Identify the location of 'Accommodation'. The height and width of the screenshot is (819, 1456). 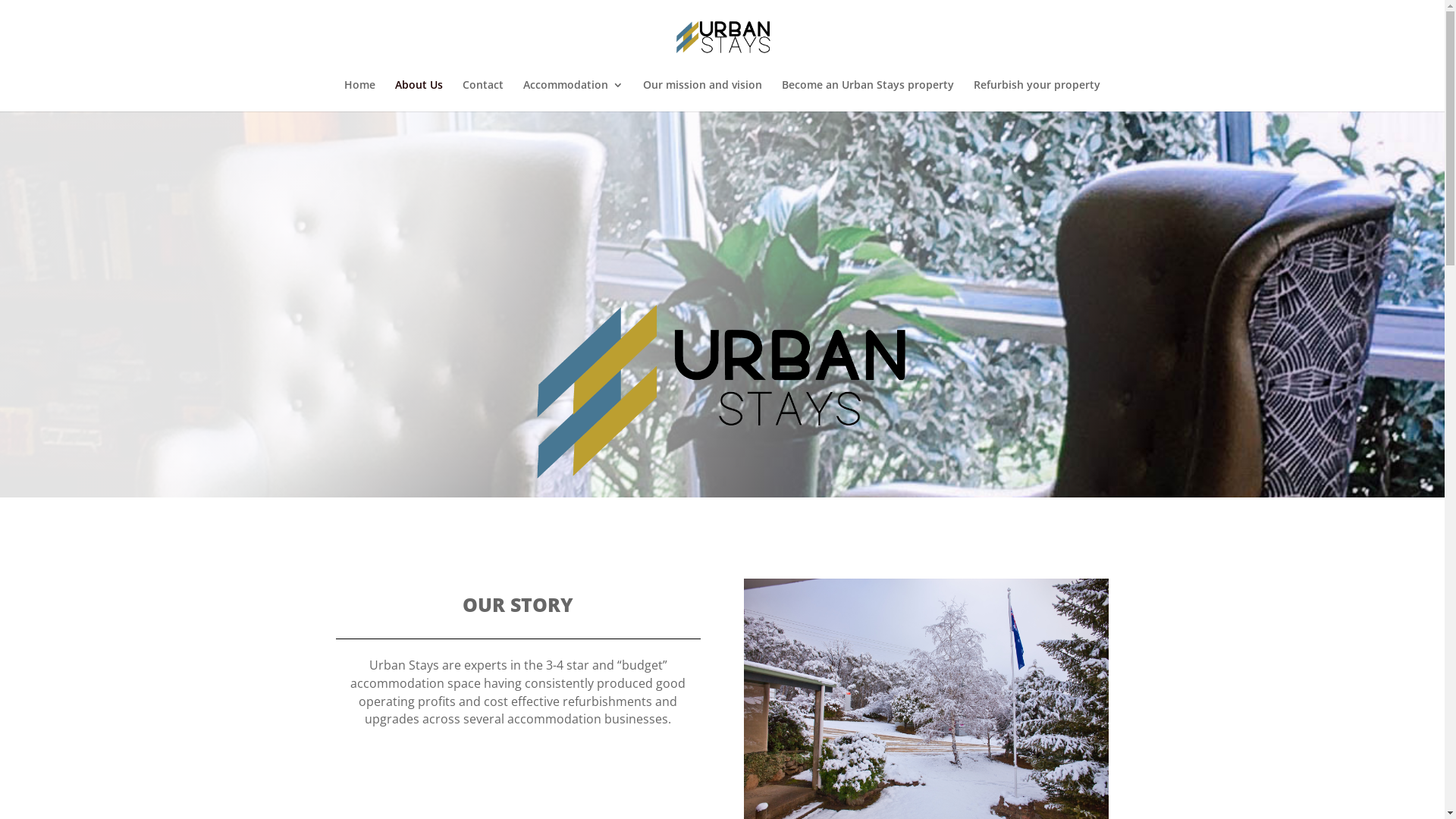
(572, 96).